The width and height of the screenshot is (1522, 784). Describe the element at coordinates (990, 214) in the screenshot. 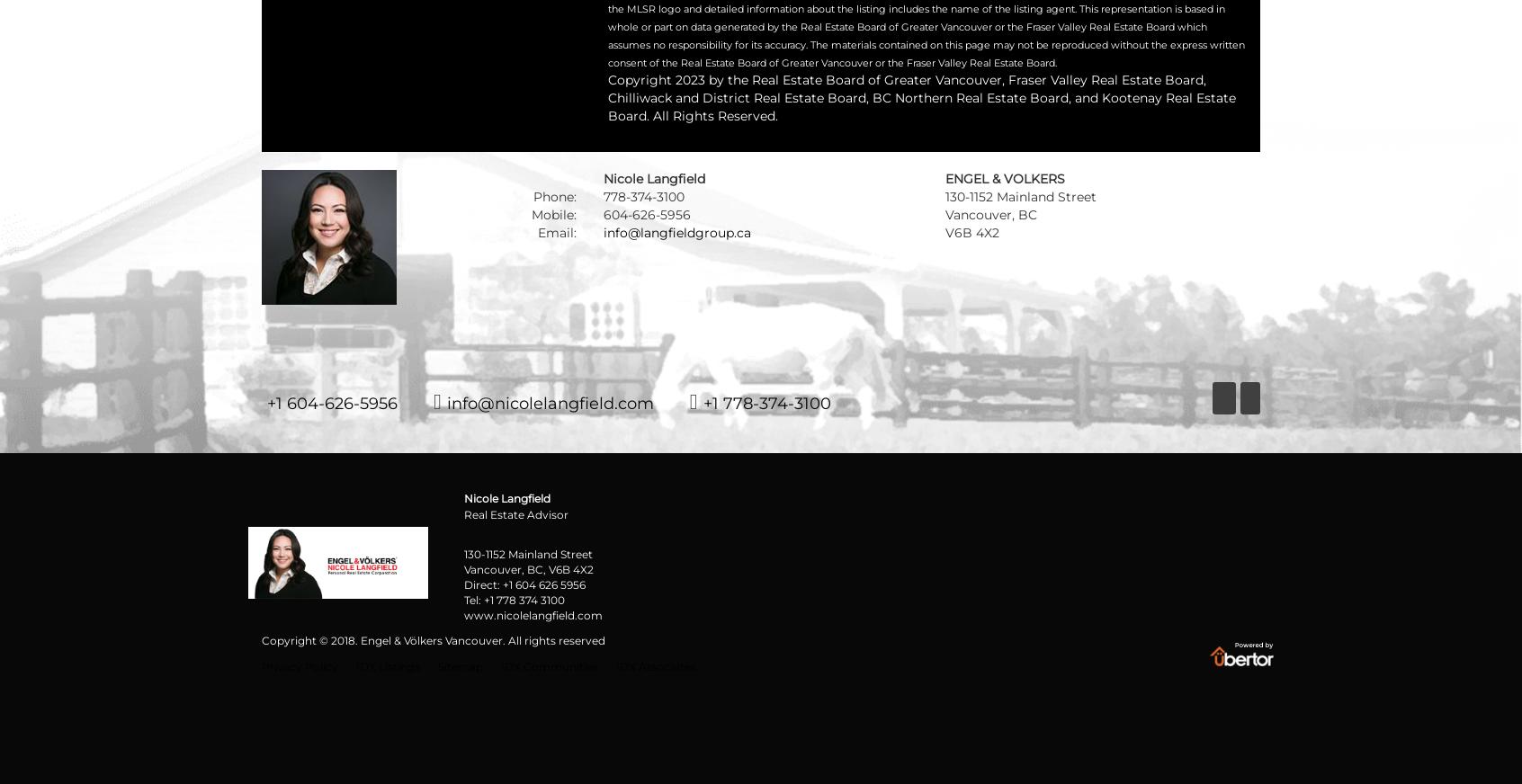

I see `'Vancouver, BC'` at that location.